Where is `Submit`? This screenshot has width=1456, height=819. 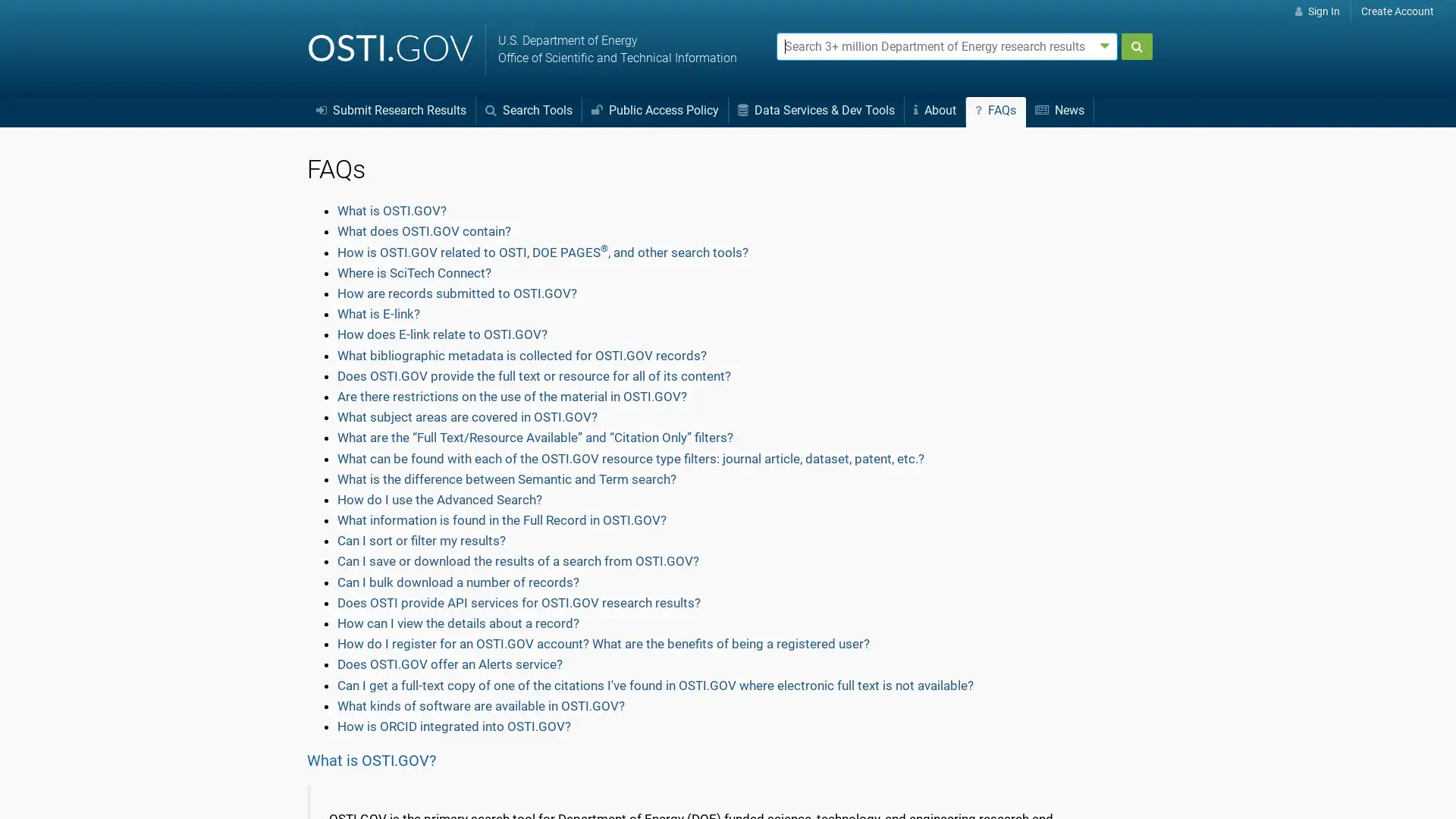 Submit is located at coordinates (1136, 45).